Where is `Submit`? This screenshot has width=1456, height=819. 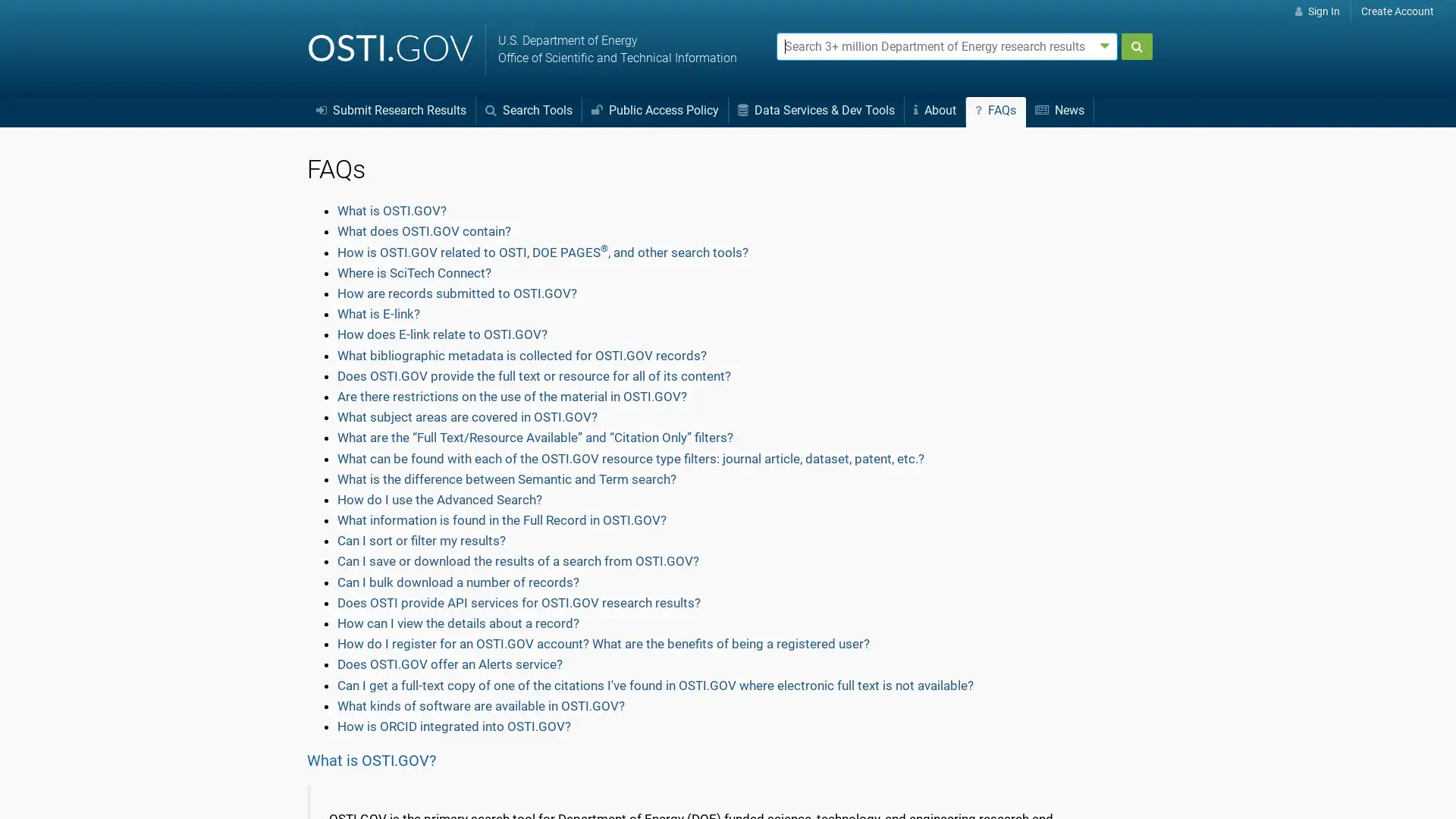 Submit is located at coordinates (1136, 45).